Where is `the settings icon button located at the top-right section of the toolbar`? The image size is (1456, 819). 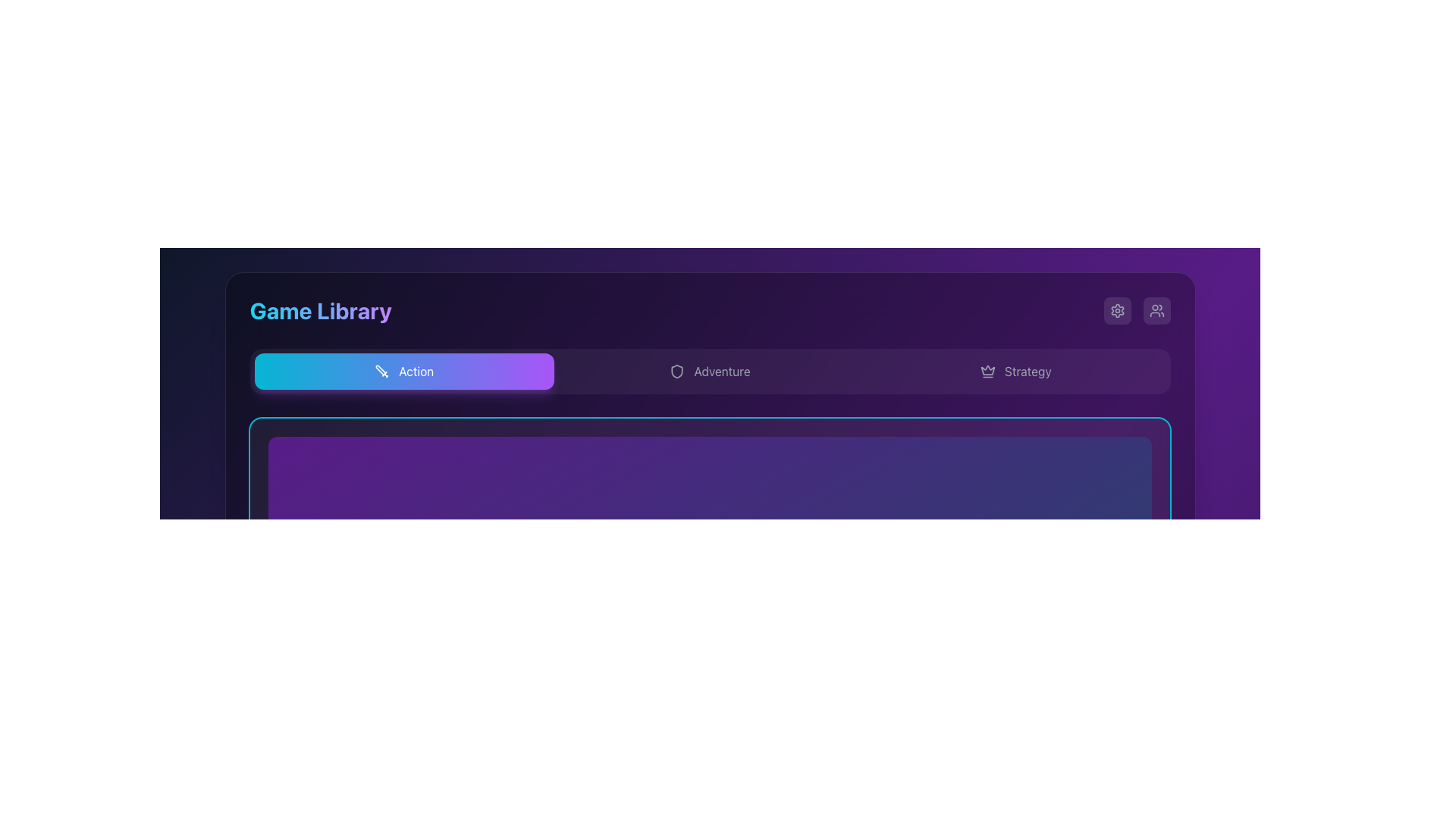 the settings icon button located at the top-right section of the toolbar is located at coordinates (1117, 309).